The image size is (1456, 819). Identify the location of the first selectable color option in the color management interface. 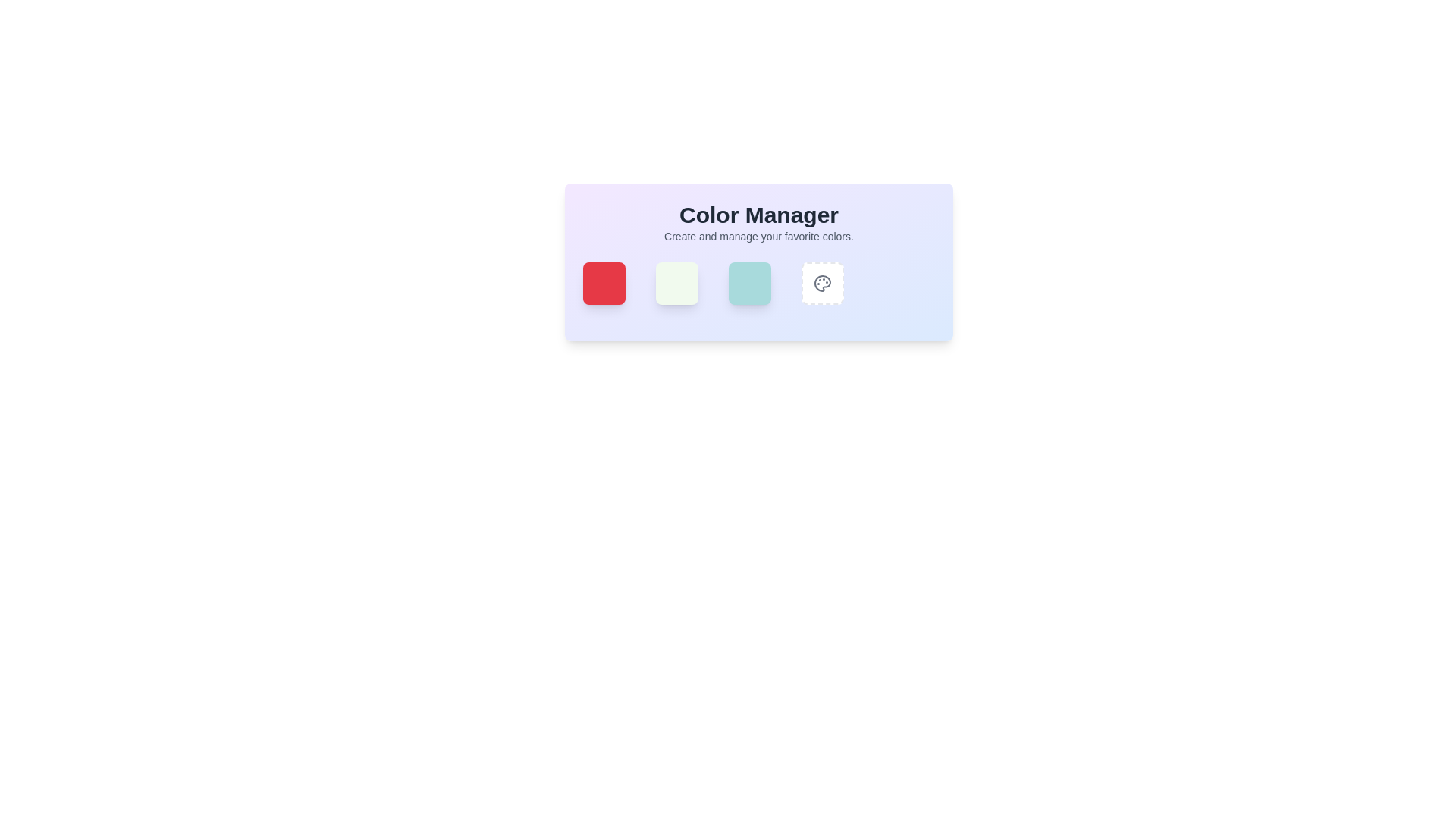
(603, 284).